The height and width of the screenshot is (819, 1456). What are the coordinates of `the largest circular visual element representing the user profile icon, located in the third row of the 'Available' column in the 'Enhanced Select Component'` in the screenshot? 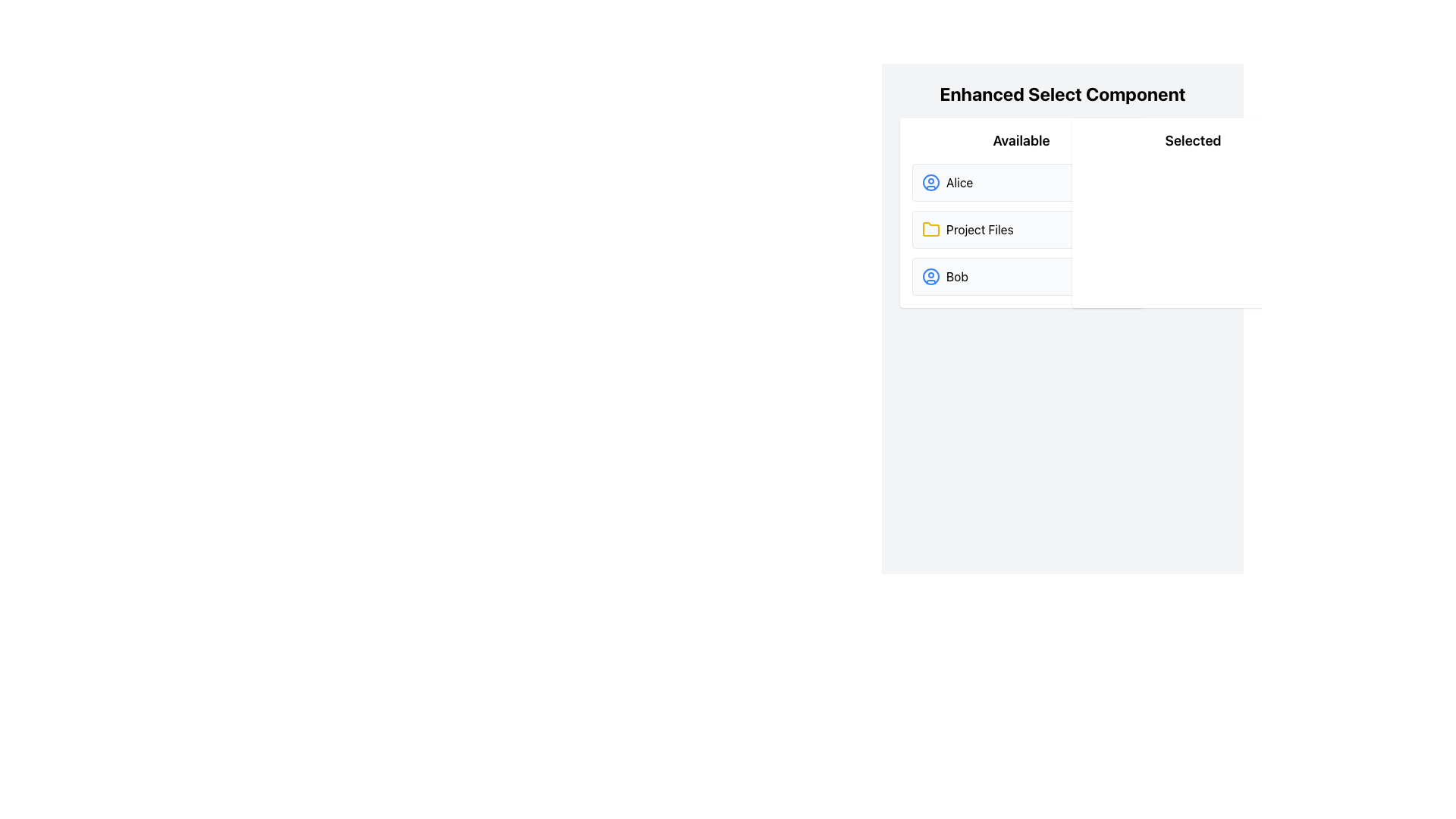 It's located at (930, 181).